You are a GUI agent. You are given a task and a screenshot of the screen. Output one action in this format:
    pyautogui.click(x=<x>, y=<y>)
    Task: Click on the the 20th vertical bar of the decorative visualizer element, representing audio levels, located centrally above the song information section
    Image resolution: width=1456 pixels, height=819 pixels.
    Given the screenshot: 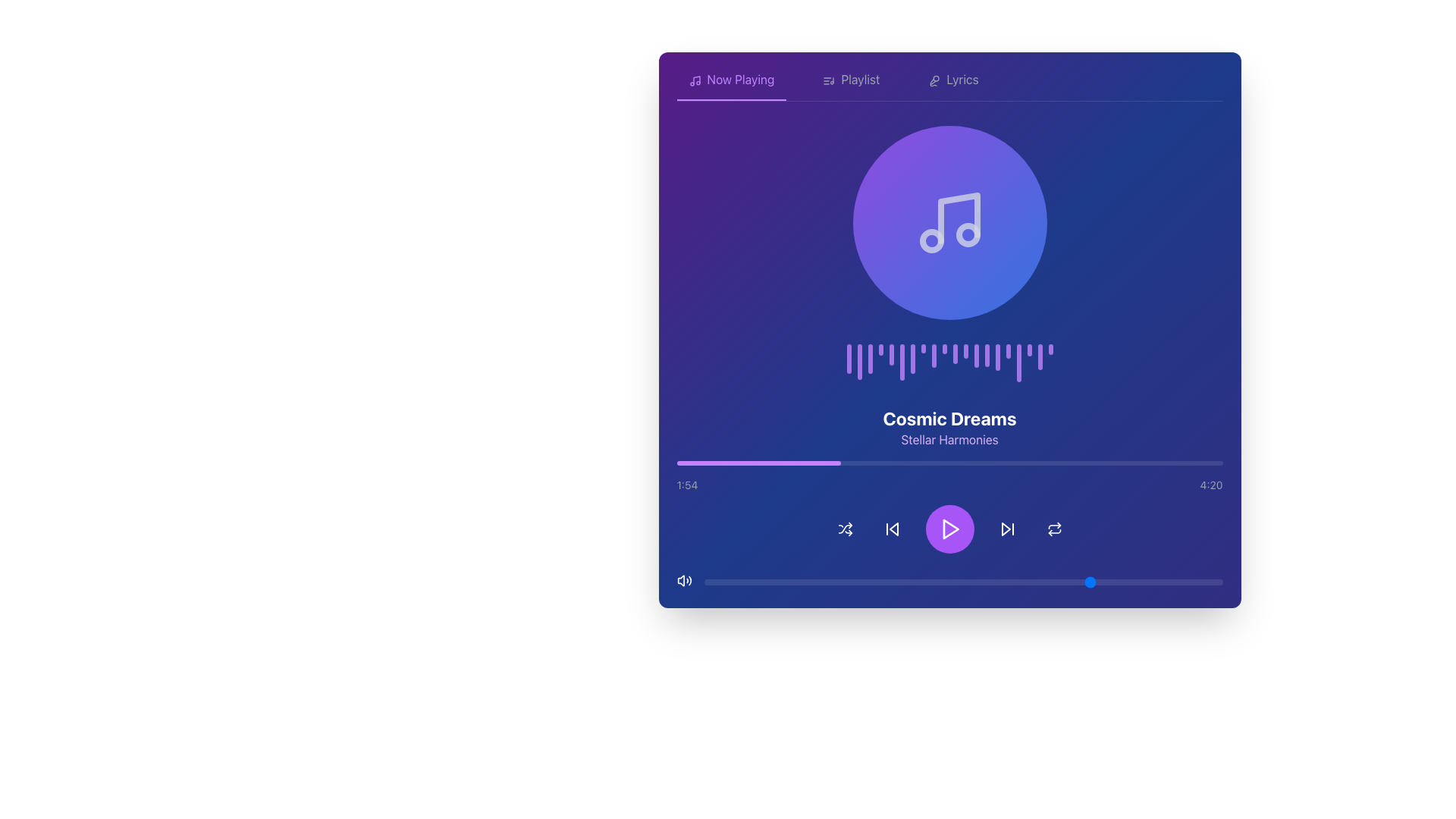 What is the action you would take?
    pyautogui.click(x=1050, y=350)
    